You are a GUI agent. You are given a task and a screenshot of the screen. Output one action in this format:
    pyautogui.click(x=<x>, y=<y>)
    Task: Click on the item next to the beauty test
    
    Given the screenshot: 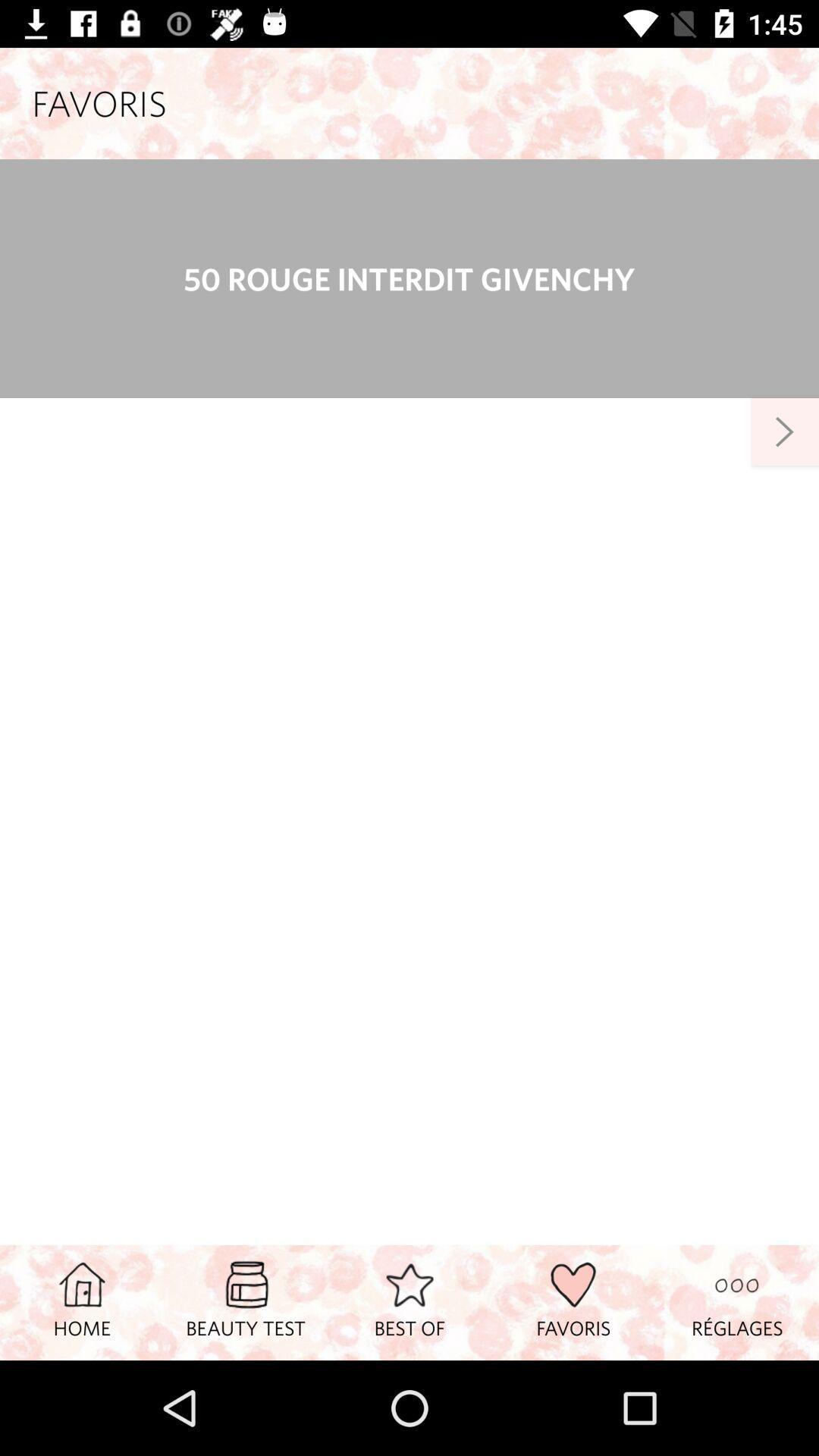 What is the action you would take?
    pyautogui.click(x=82, y=1301)
    